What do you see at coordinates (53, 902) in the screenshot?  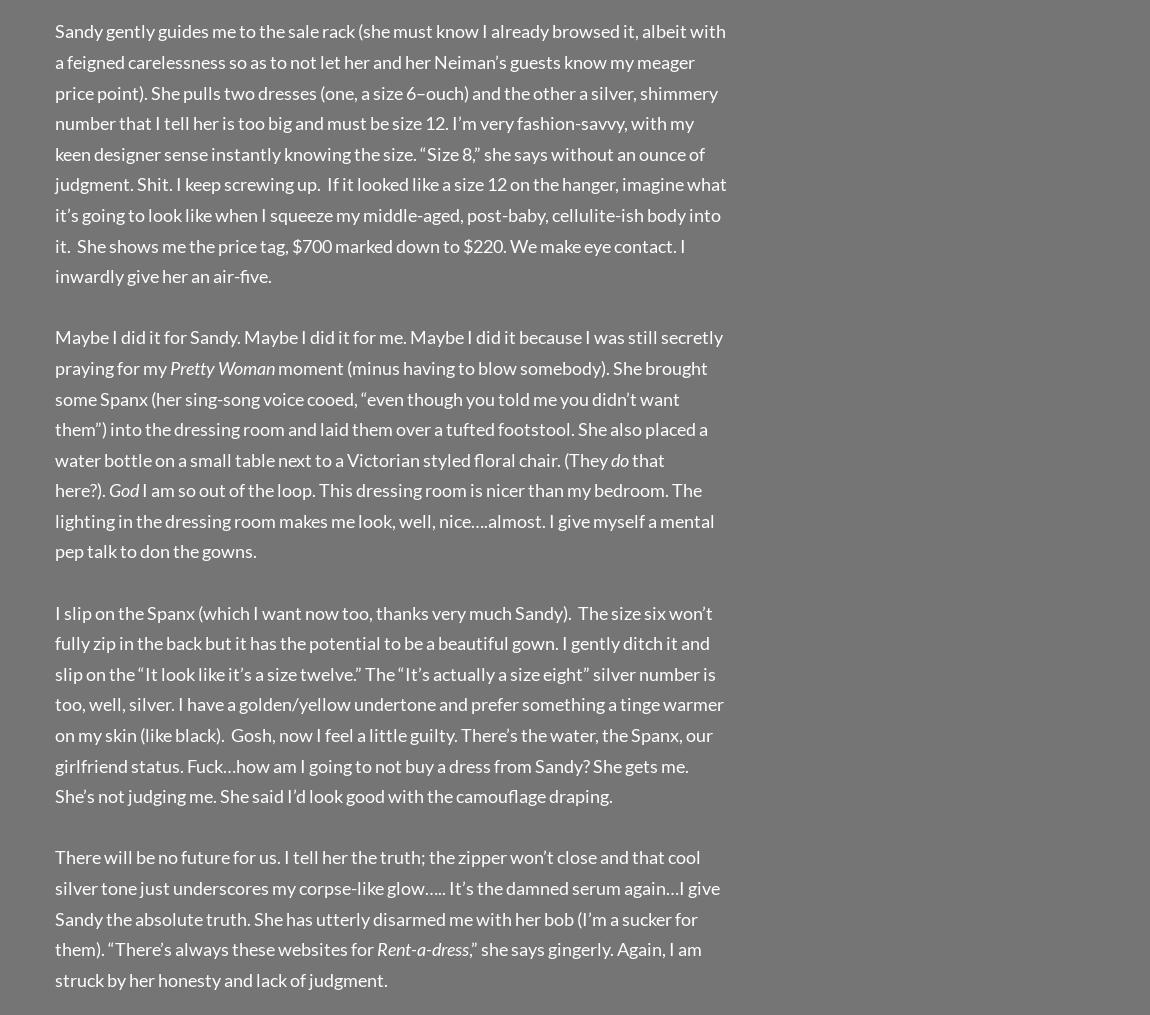 I see `'There will be no future for us. I tell her the truth; the zipper won’t close and that cool silver tone just underscores my corpse-like glow….. It’s the damned serum again…I give Sandy the absolute truth. She has utterly disarmed me with her bob (I’m a sucker for them). “There’s always these websites for'` at bounding box center [53, 902].